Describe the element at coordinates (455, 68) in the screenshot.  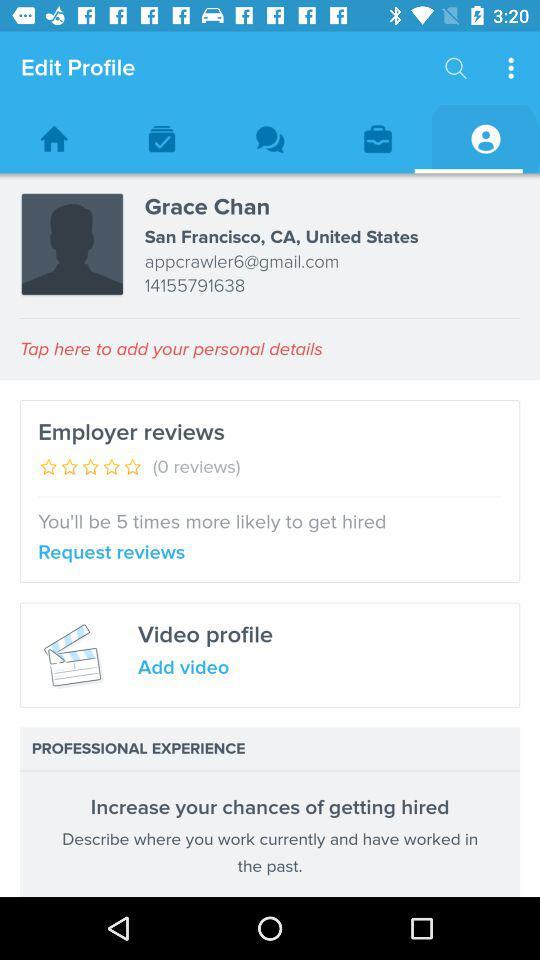
I see `the icon next to the edit profile item` at that location.